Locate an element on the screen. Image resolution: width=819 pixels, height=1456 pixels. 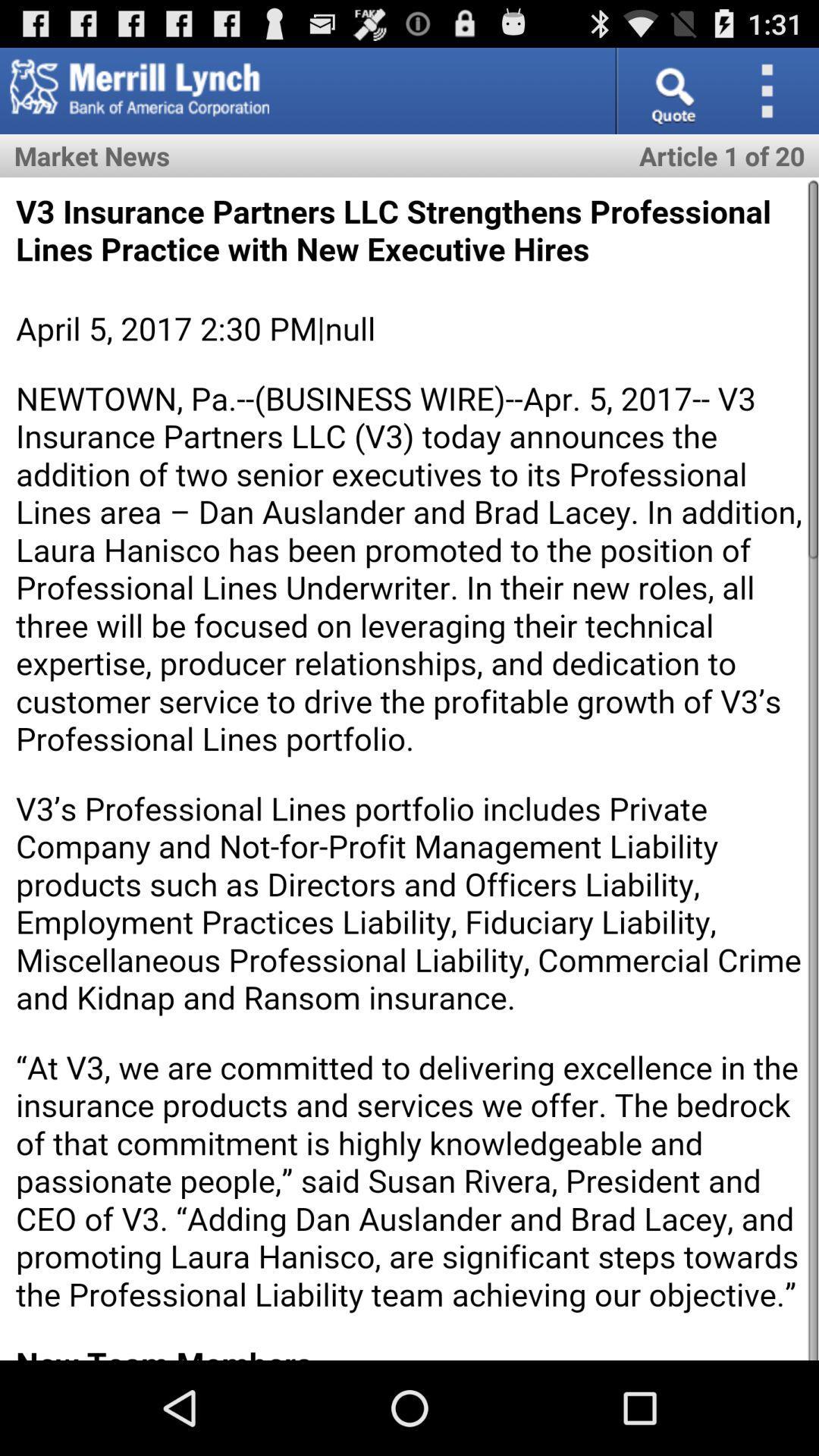
search is located at coordinates (670, 90).